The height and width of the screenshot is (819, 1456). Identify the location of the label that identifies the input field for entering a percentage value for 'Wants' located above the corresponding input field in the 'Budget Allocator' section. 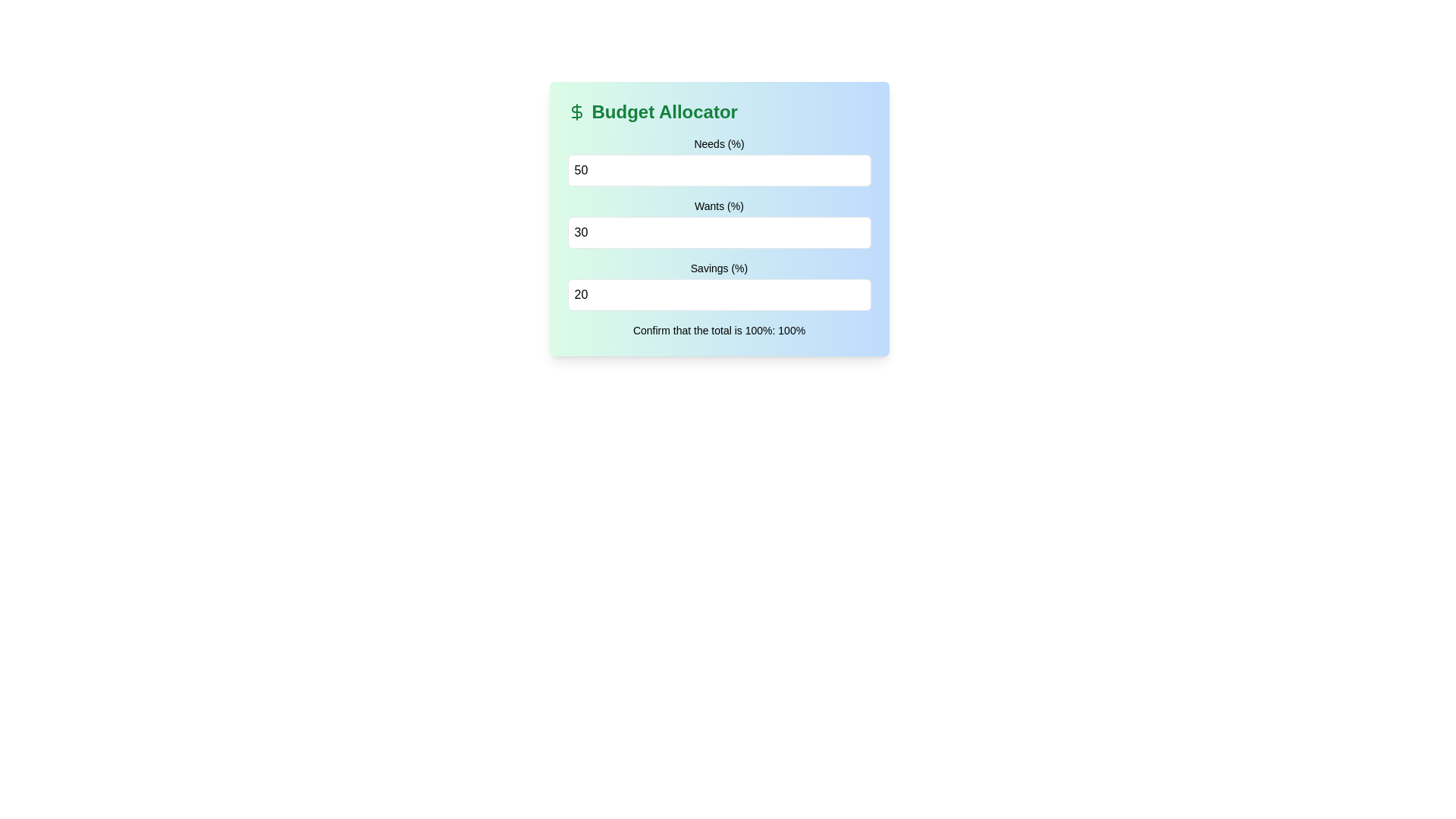
(718, 206).